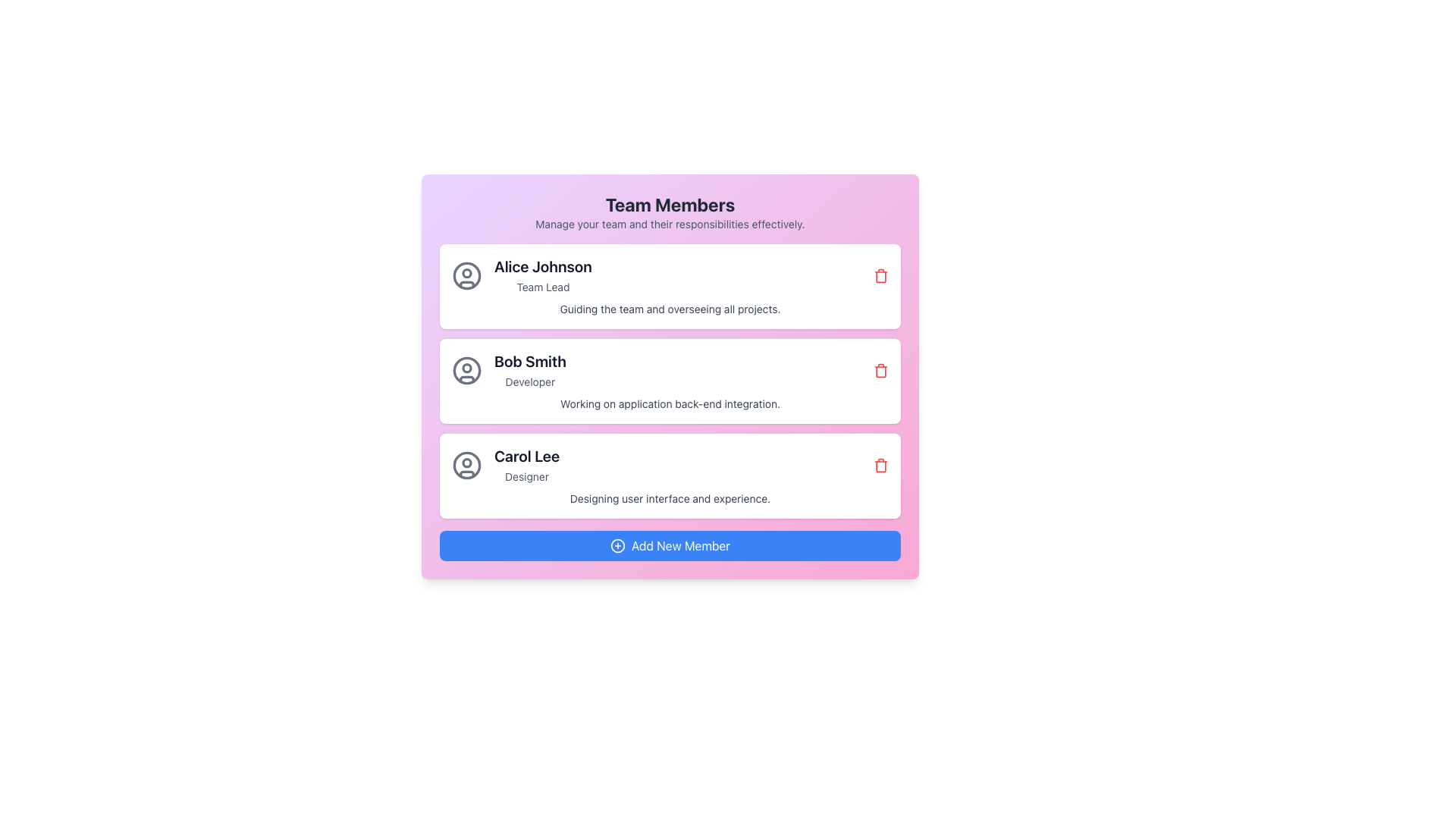  Describe the element at coordinates (521, 275) in the screenshot. I see `the details of the Profile Summary Item for 'Alice Johnson', Team Lead, located in the topmost row of the team members list` at that location.